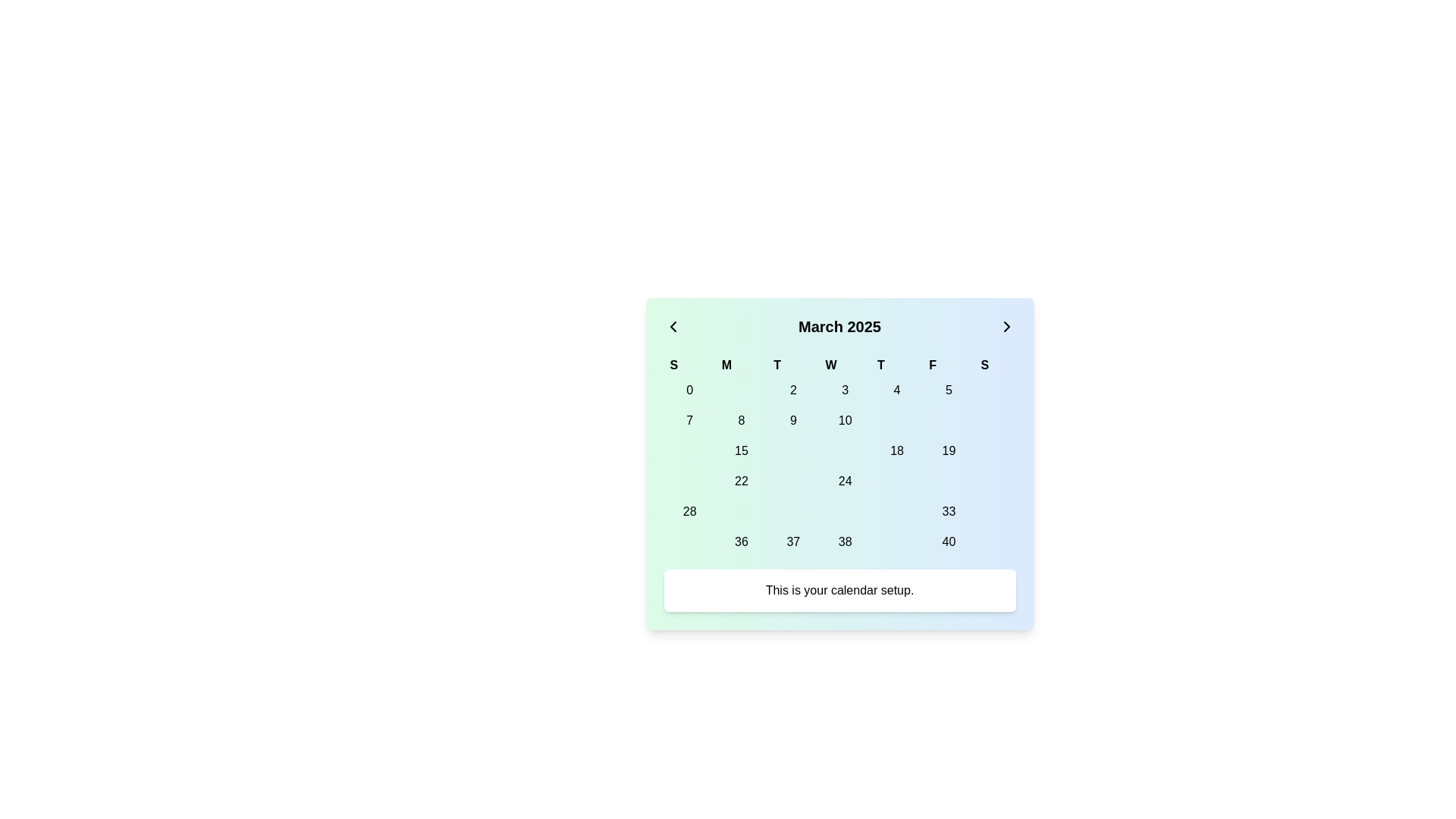 This screenshot has height=819, width=1456. I want to click on the static text displaying the date '10' in the calendar interface, which is the fourth item in the row for Wednesday, so click(844, 421).